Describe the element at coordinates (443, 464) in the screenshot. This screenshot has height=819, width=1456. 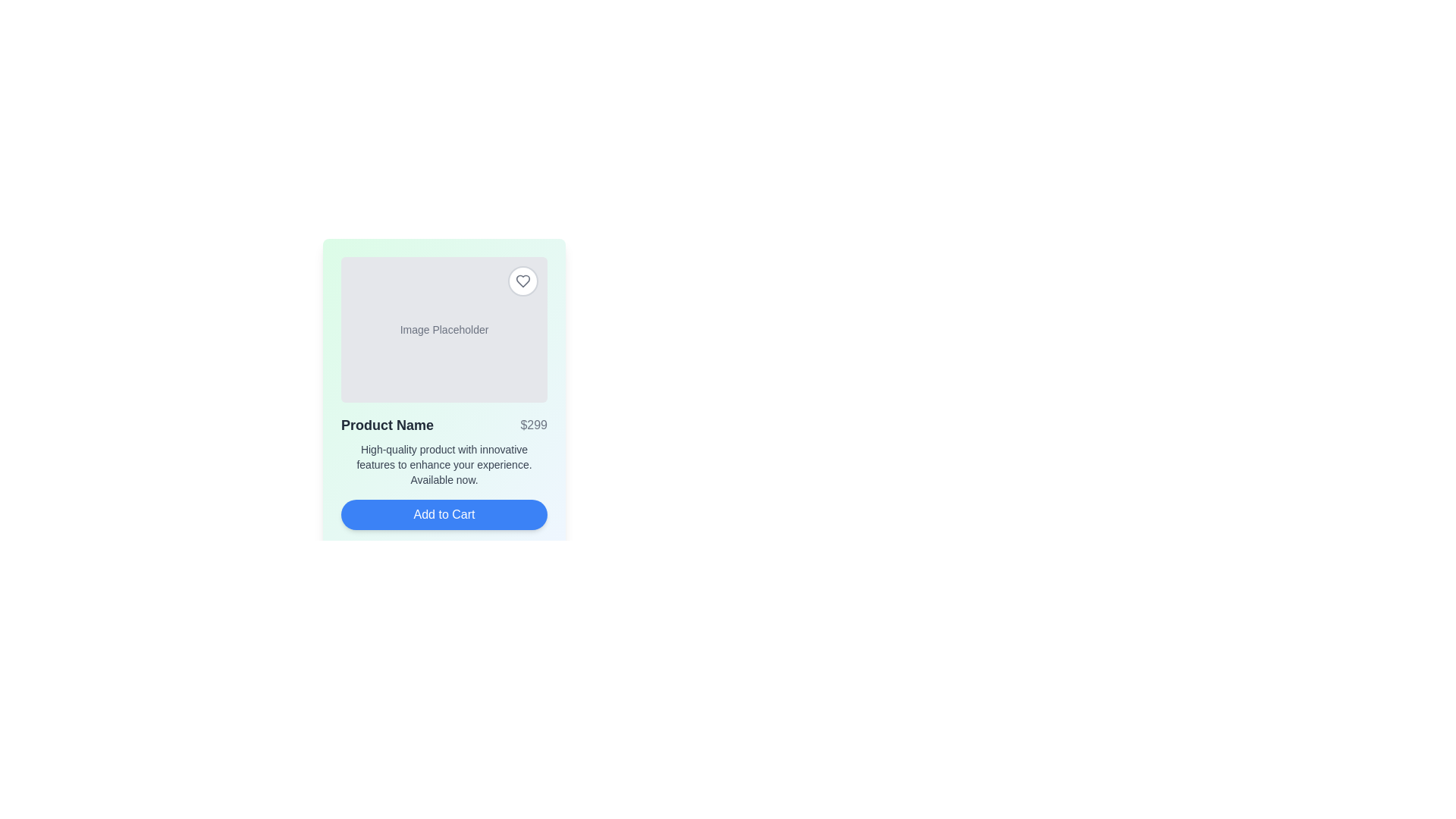
I see `informational text section that describes the product's features and availability, located below the product name and price, and above the 'Add to Cart' button` at that location.